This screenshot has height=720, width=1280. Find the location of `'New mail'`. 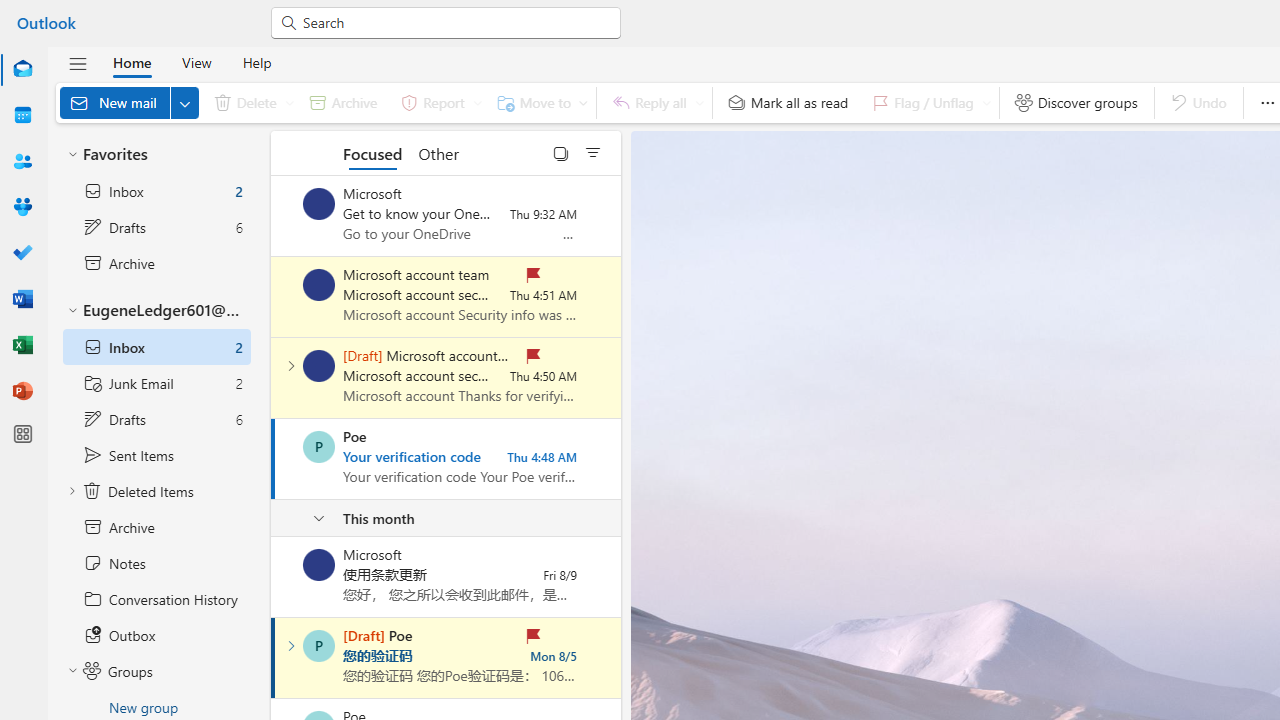

'New mail' is located at coordinates (128, 102).